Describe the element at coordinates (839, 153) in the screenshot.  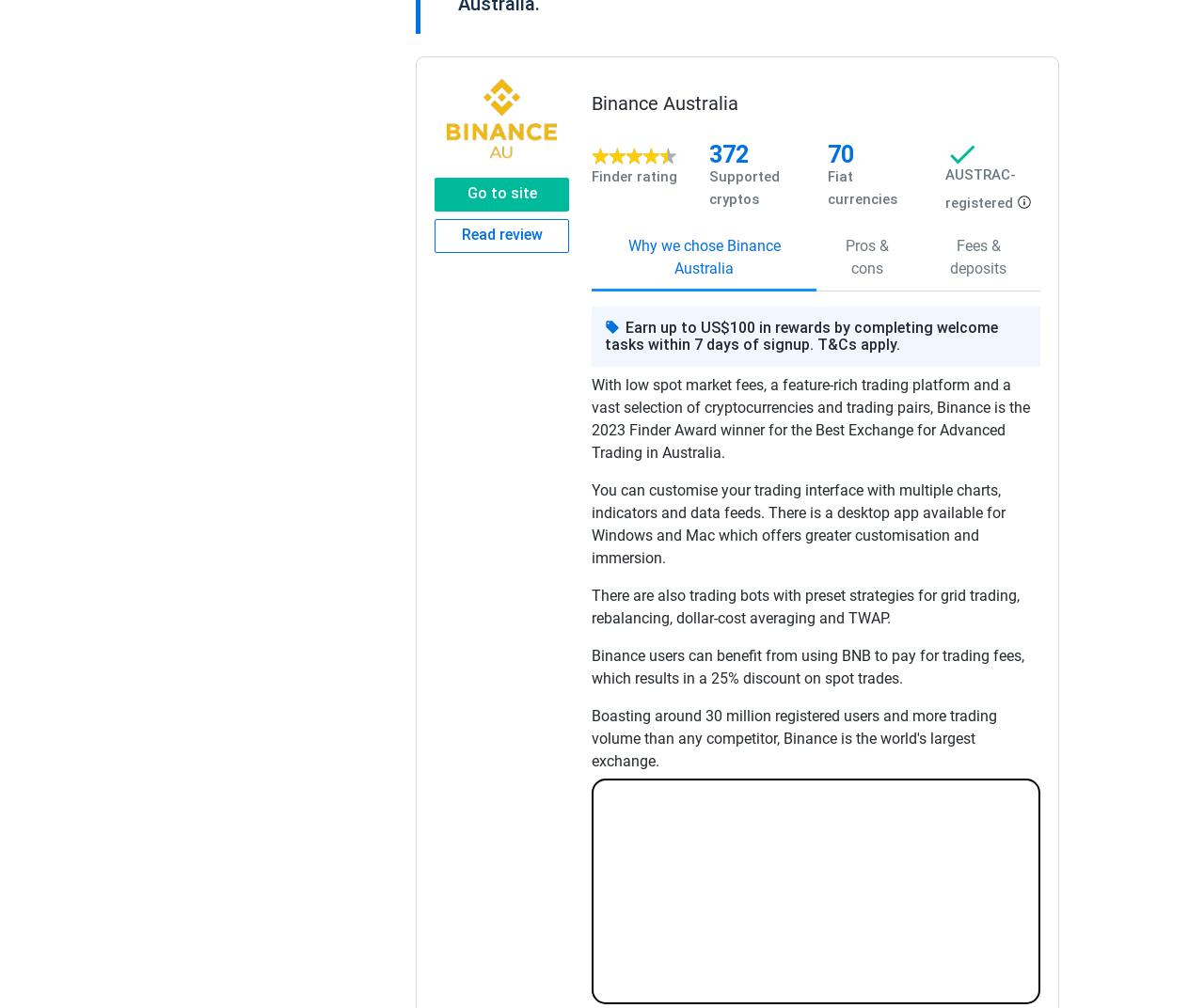
I see `'70'` at that location.